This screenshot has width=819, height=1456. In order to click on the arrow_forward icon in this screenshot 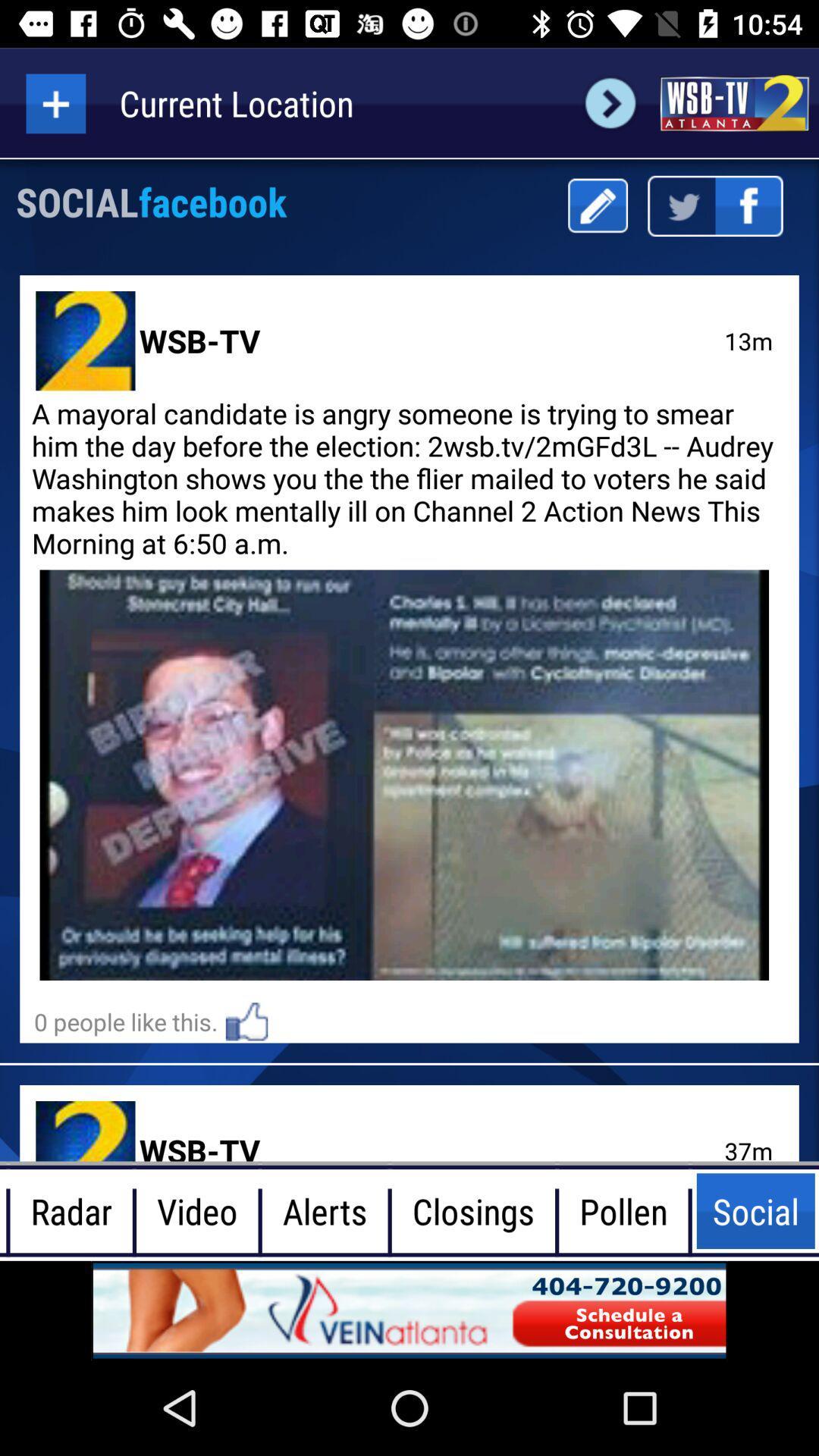, I will do `click(610, 102)`.